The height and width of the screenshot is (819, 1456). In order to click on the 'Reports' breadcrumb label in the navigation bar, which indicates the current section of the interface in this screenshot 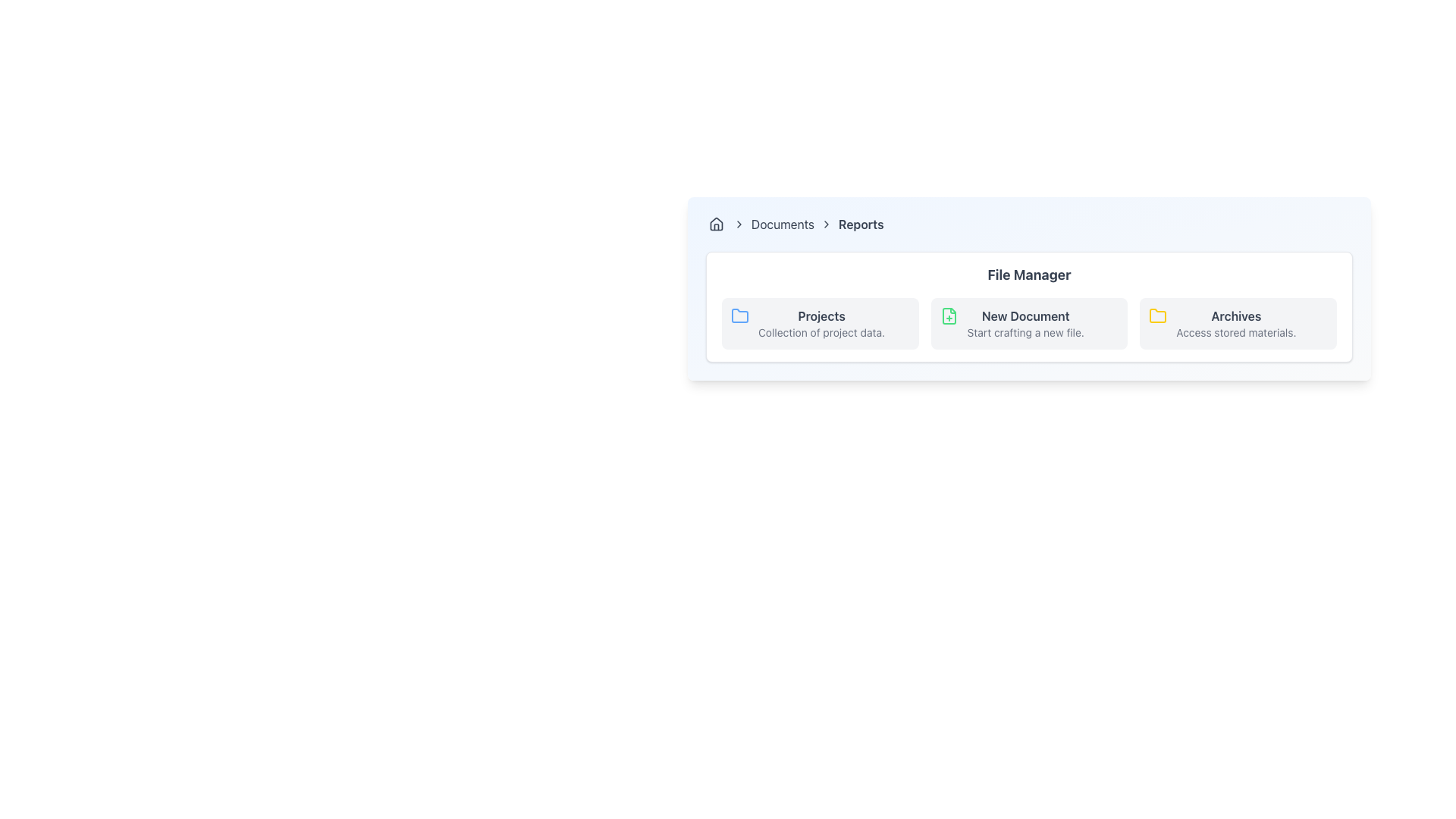, I will do `click(861, 224)`.